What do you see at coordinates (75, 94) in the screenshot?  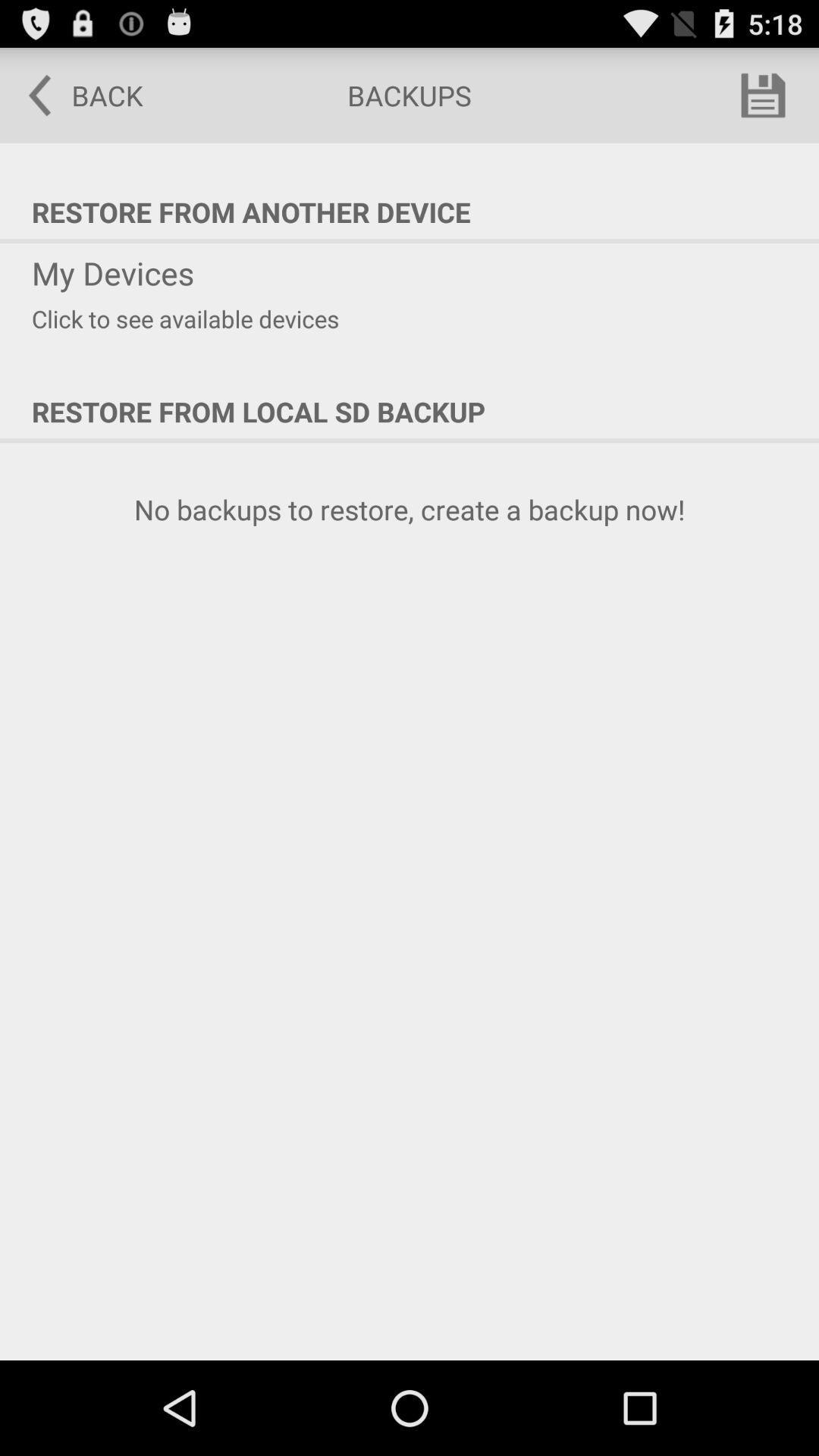 I see `the item to the left of the backups item` at bounding box center [75, 94].